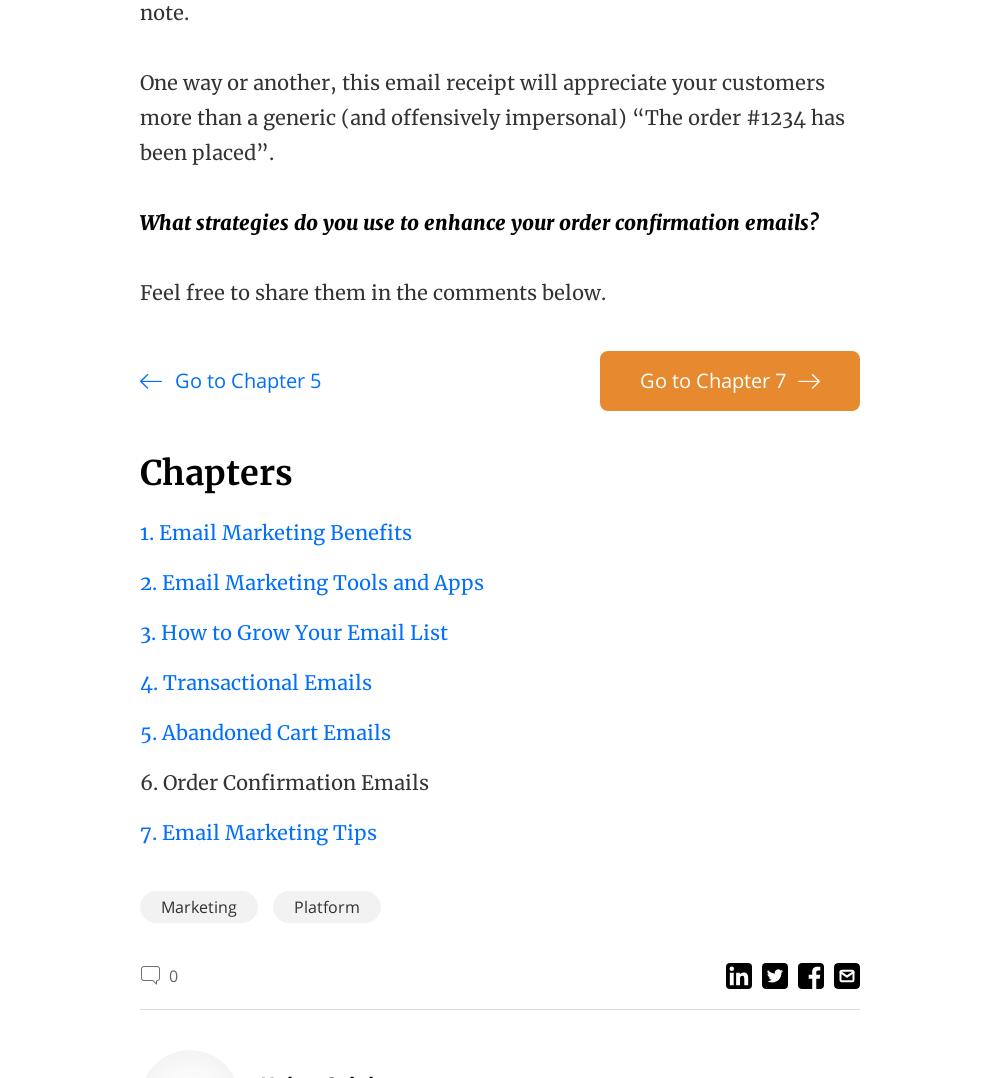  Describe the element at coordinates (140, 682) in the screenshot. I see `'4. Transactional Emails'` at that location.